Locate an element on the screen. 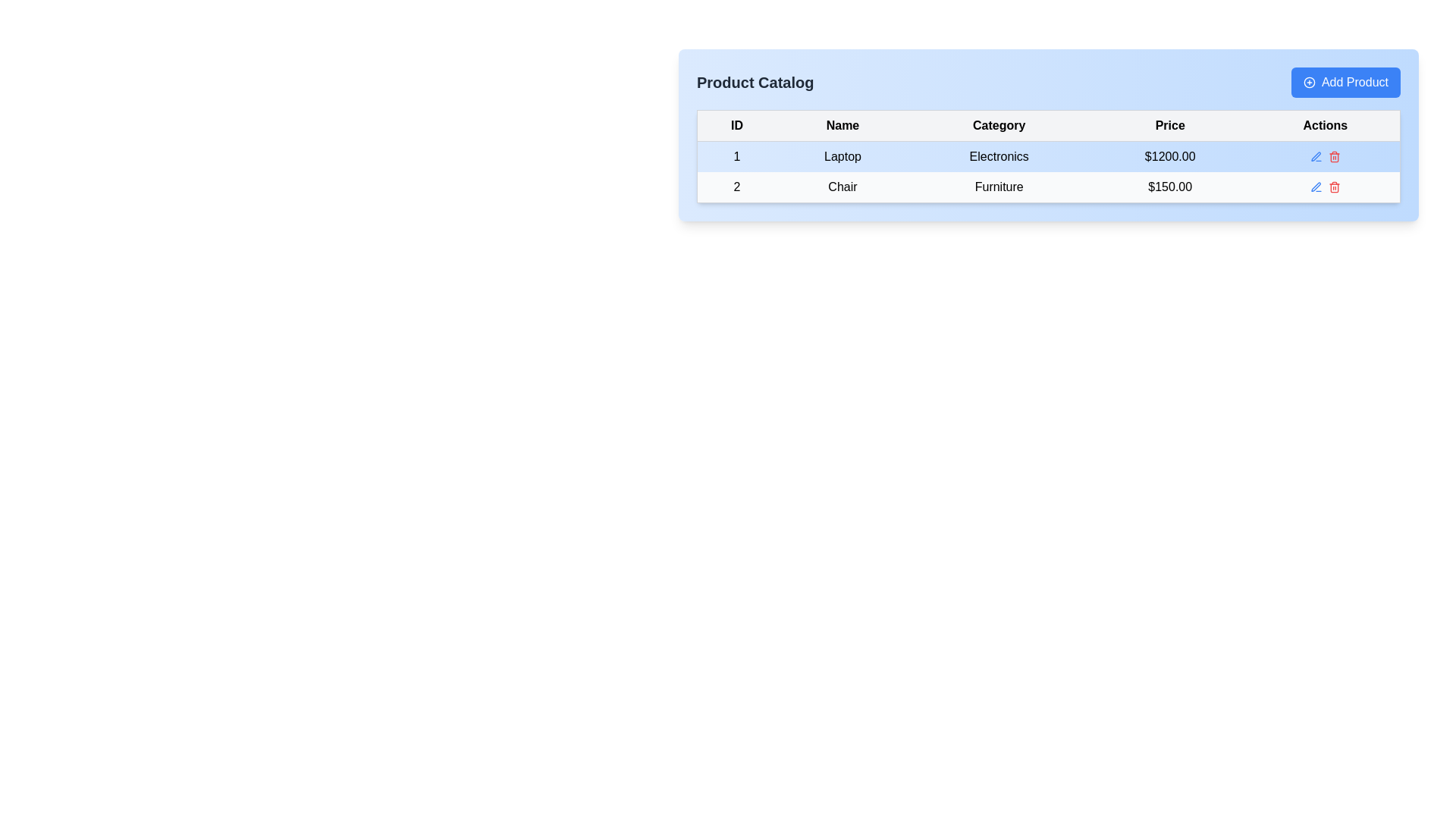  text label displaying 'Category', which is a bold black font element in the header row of the product information table is located at coordinates (999, 124).